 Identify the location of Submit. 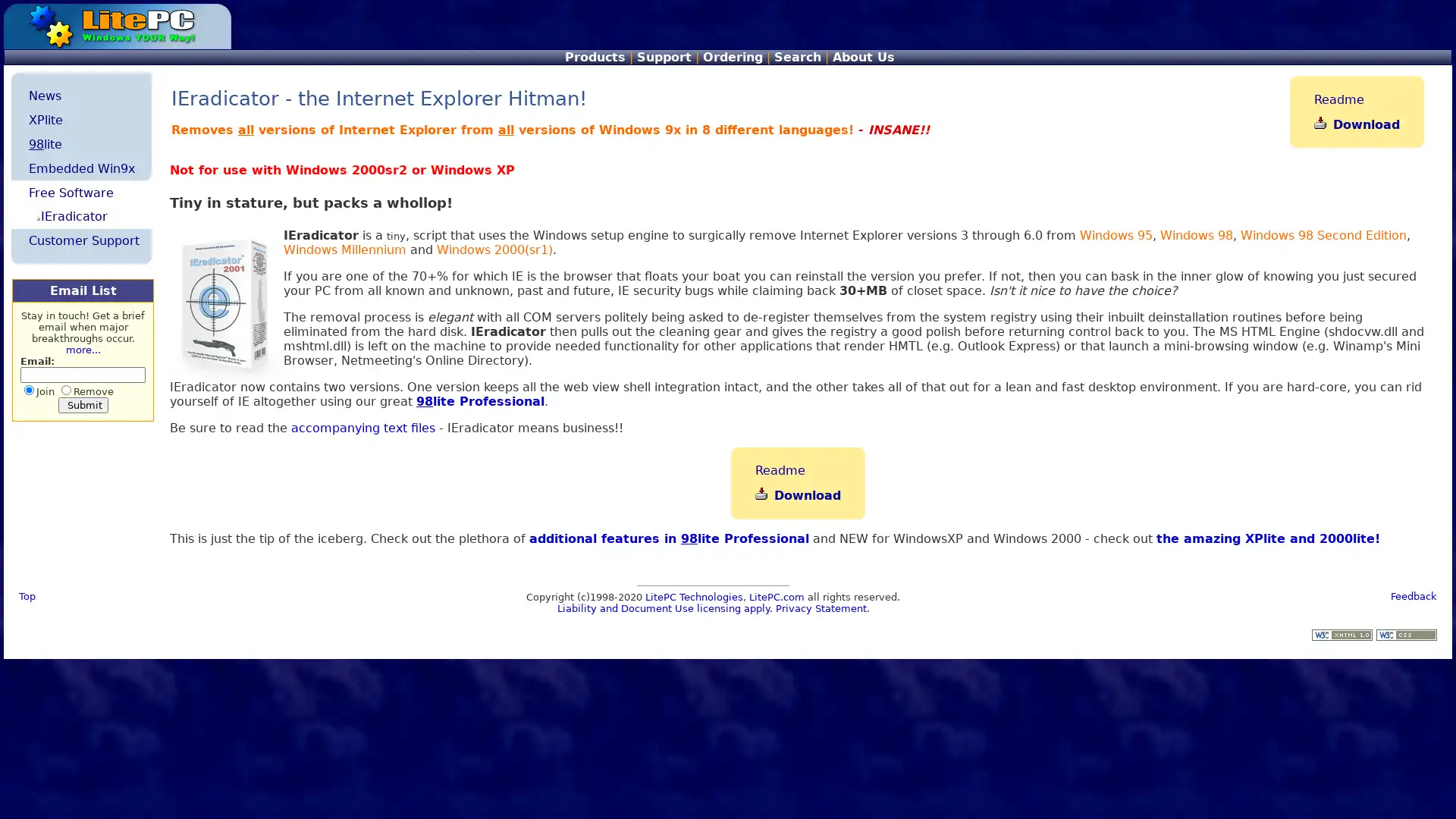
(82, 404).